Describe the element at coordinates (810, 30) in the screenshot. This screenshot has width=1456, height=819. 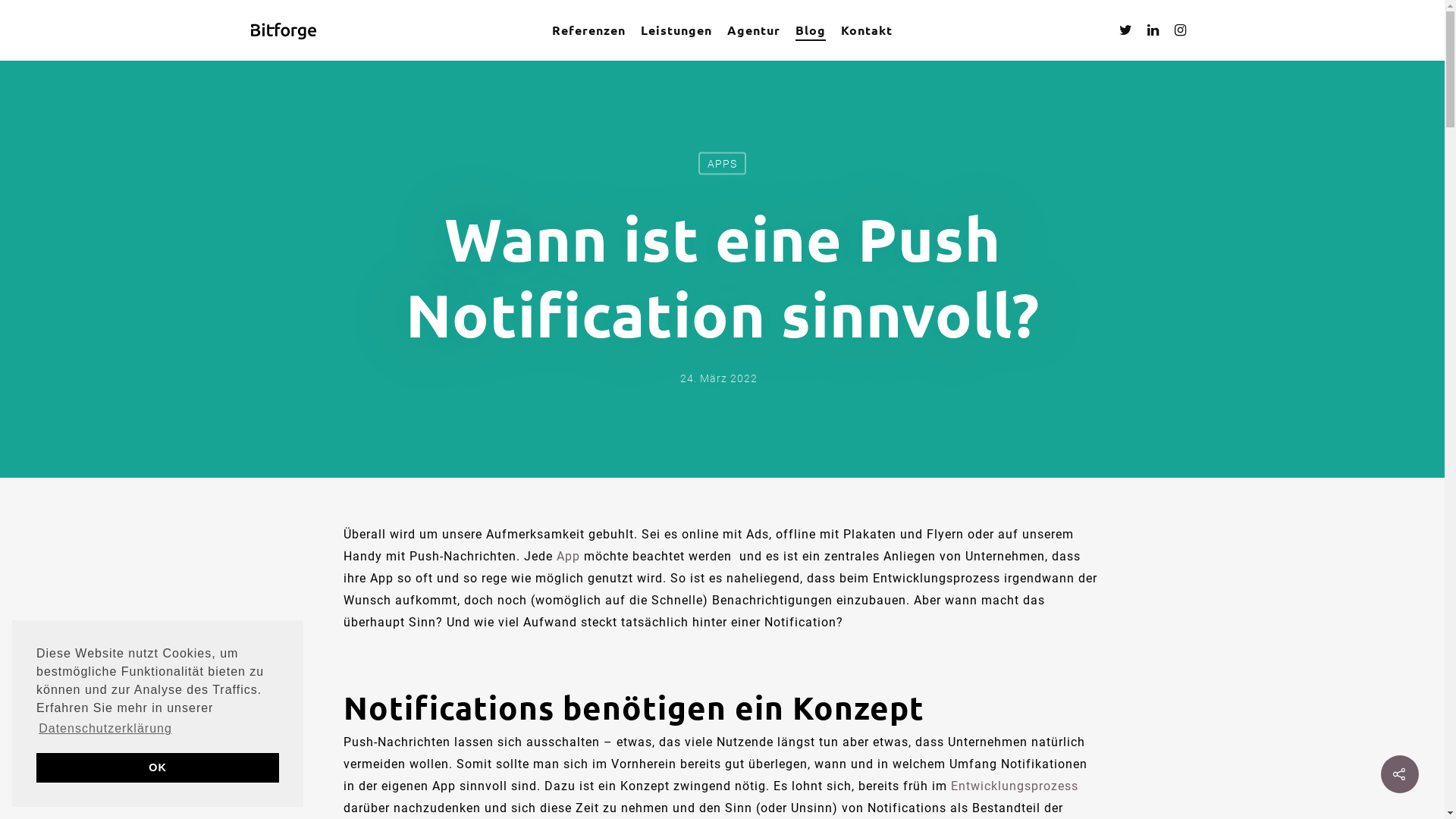
I see `'Blog'` at that location.